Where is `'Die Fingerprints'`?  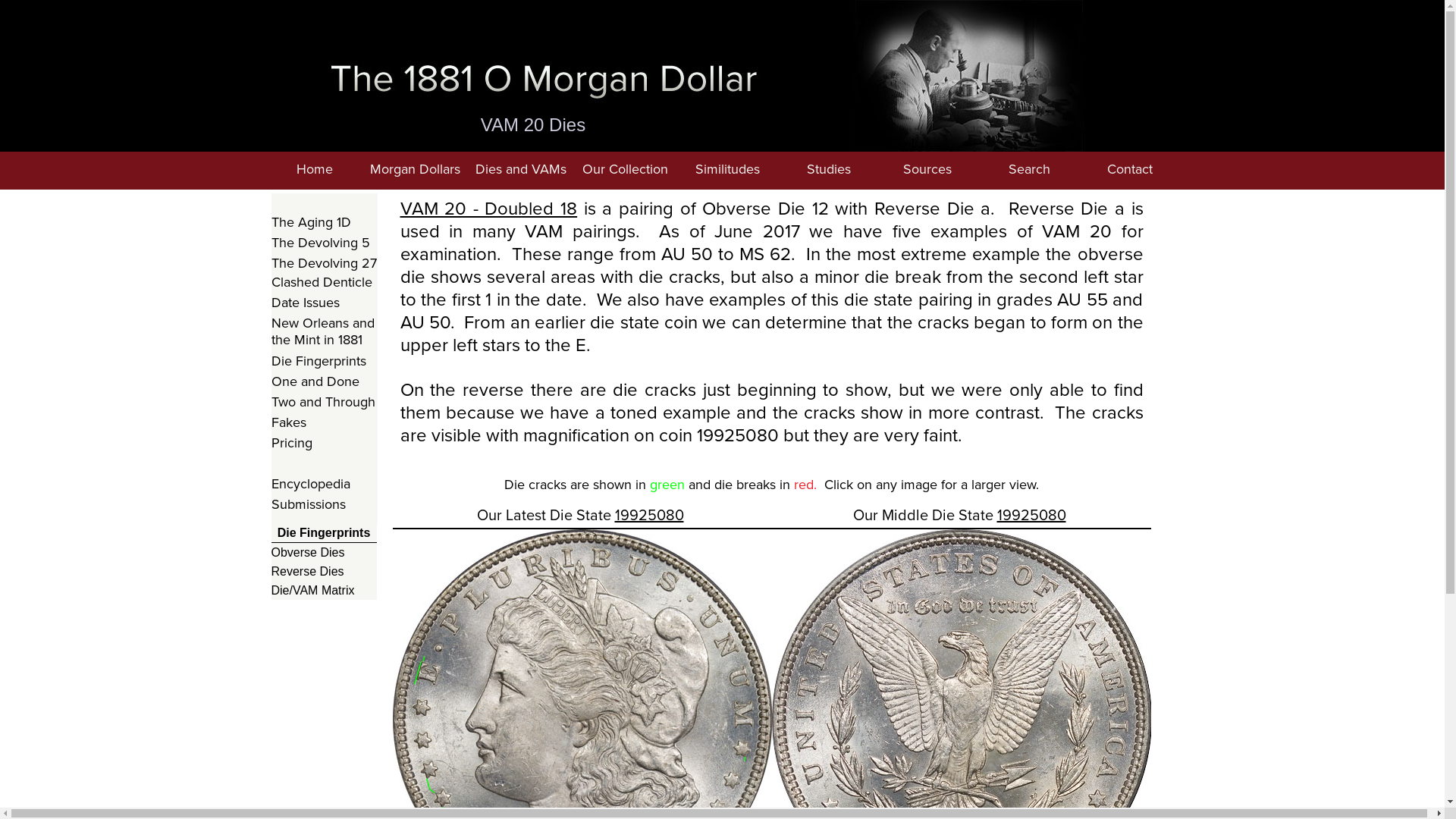 'Die Fingerprints' is located at coordinates (323, 361).